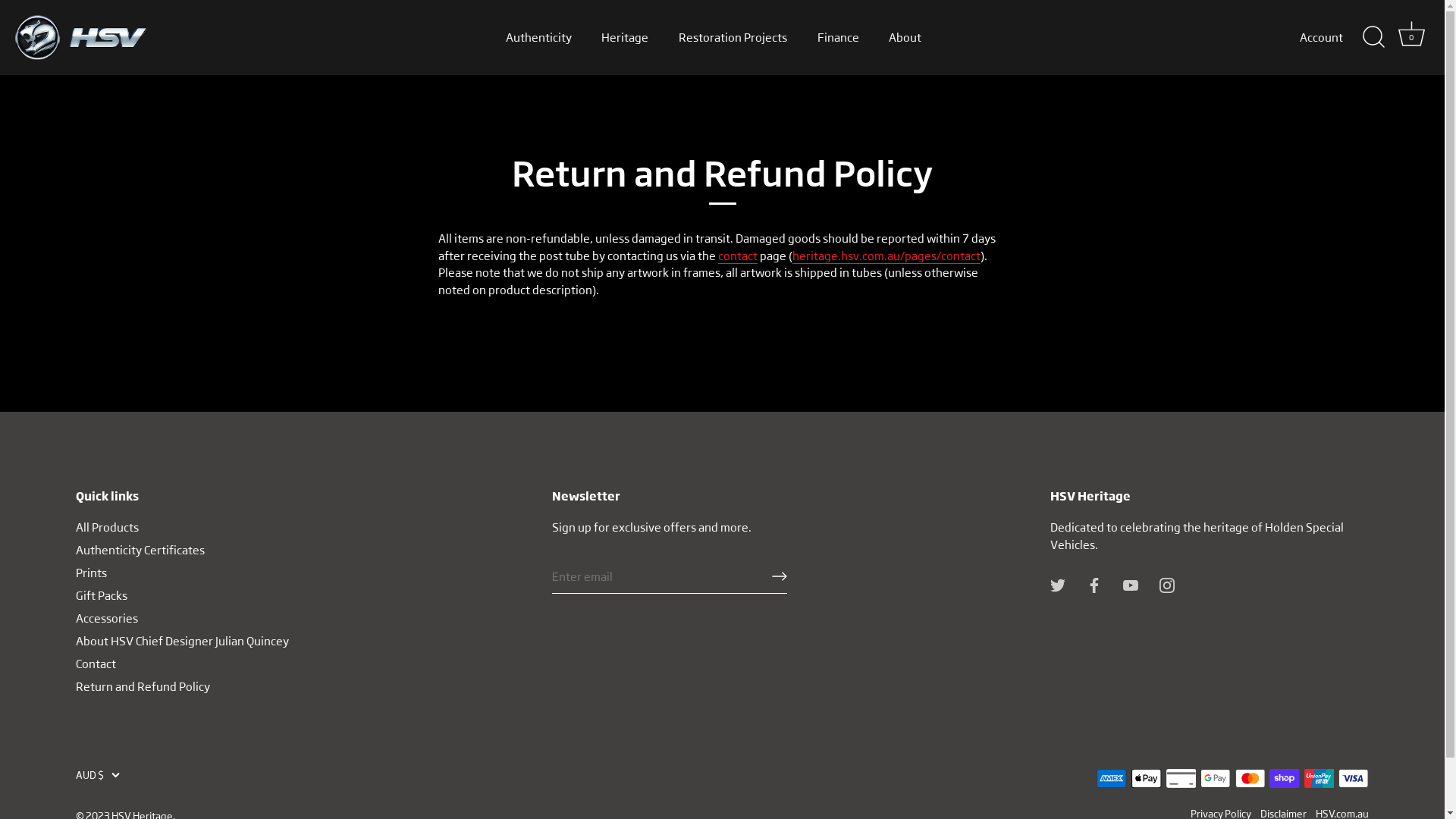 The width and height of the screenshot is (1456, 819). What do you see at coordinates (1335, 36) in the screenshot?
I see `'Account'` at bounding box center [1335, 36].